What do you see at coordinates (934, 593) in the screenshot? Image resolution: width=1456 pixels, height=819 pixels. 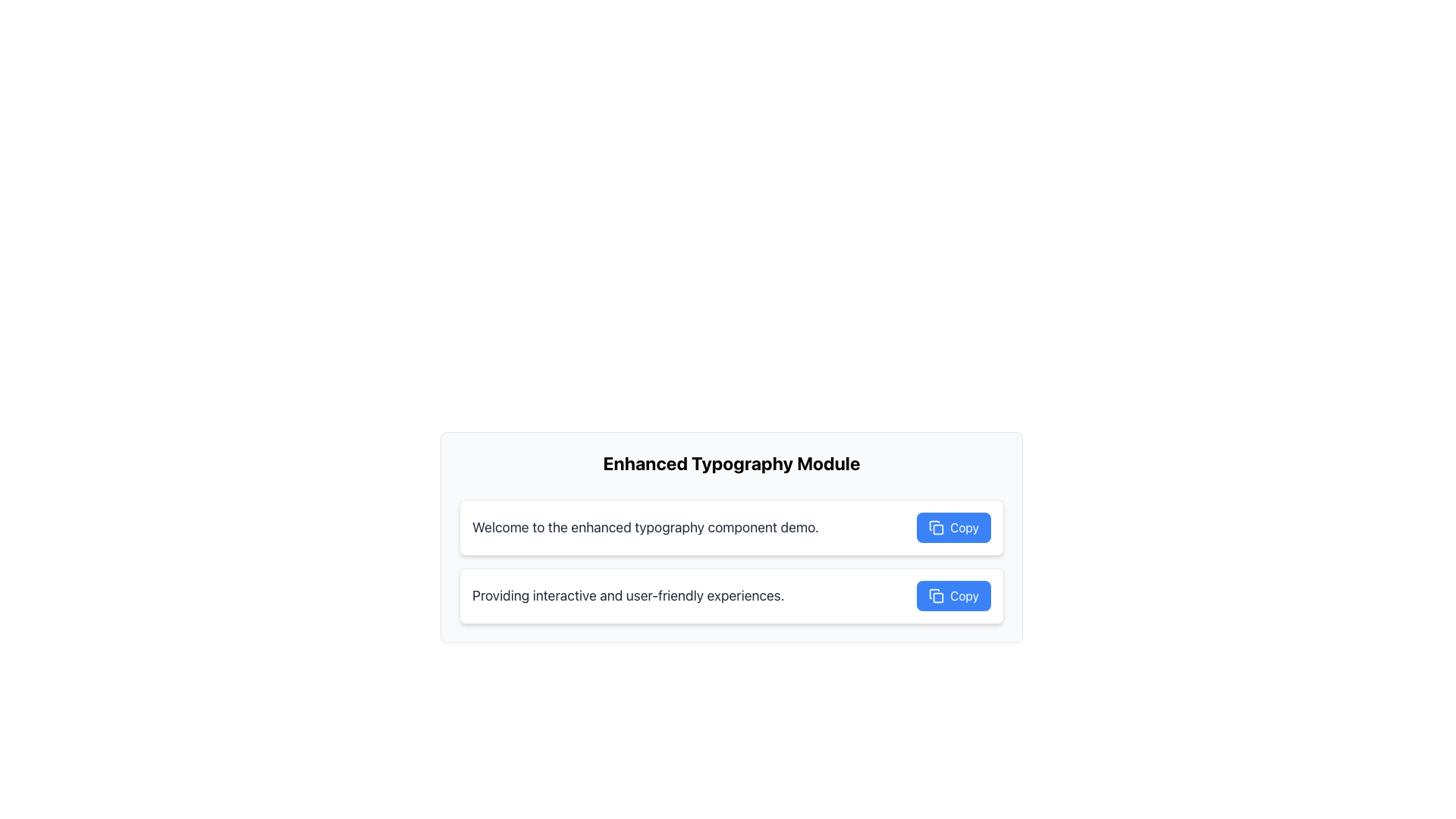 I see `the 'Copy' icon, which resembles a document and is located to the right of the text 'Providing interactive and user-friendly experiences.'` at bounding box center [934, 593].